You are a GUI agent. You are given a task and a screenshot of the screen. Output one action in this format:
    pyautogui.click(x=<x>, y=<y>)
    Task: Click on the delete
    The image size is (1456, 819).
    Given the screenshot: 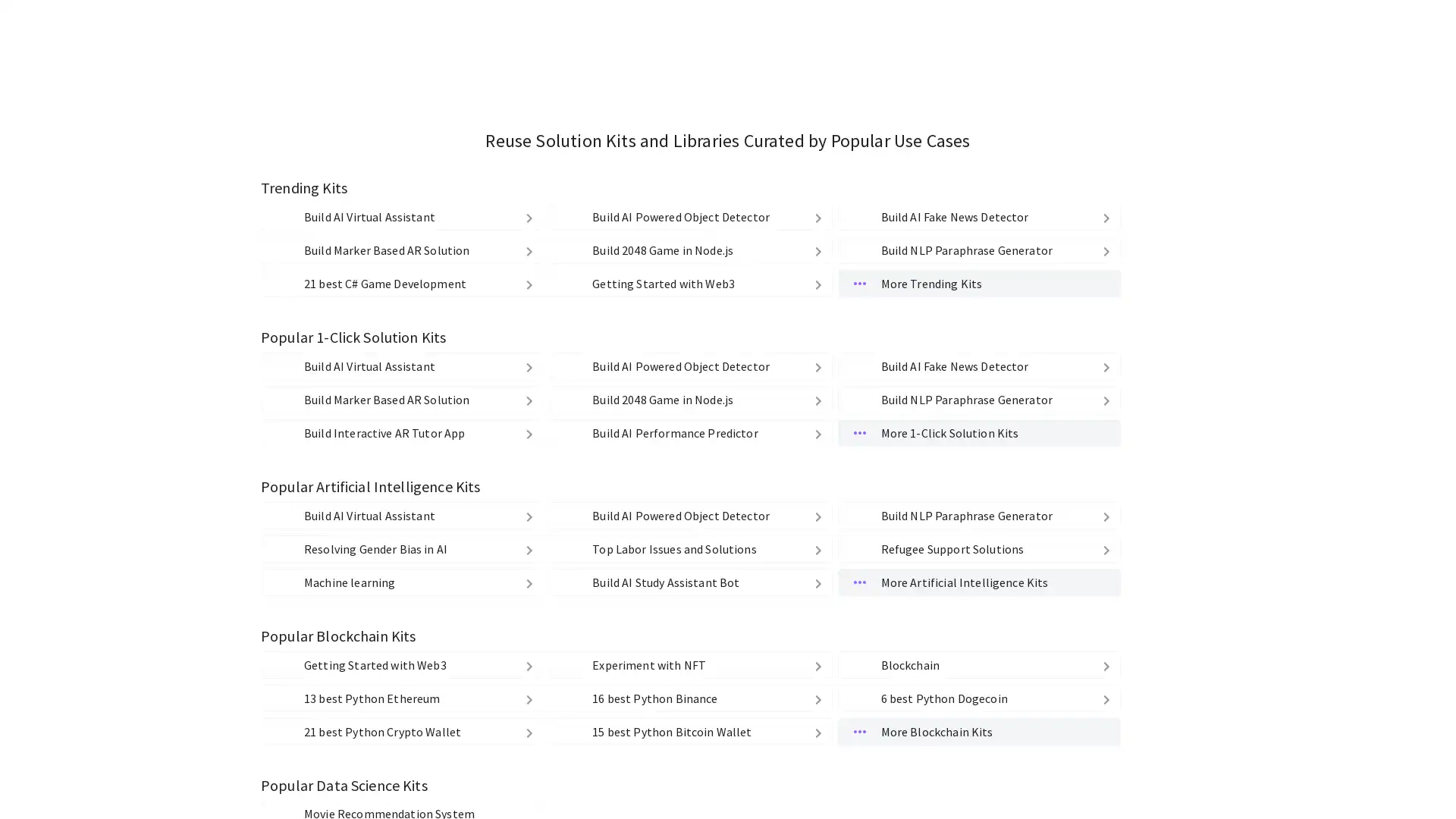 What is the action you would take?
    pyautogui.click(x=529, y=781)
    